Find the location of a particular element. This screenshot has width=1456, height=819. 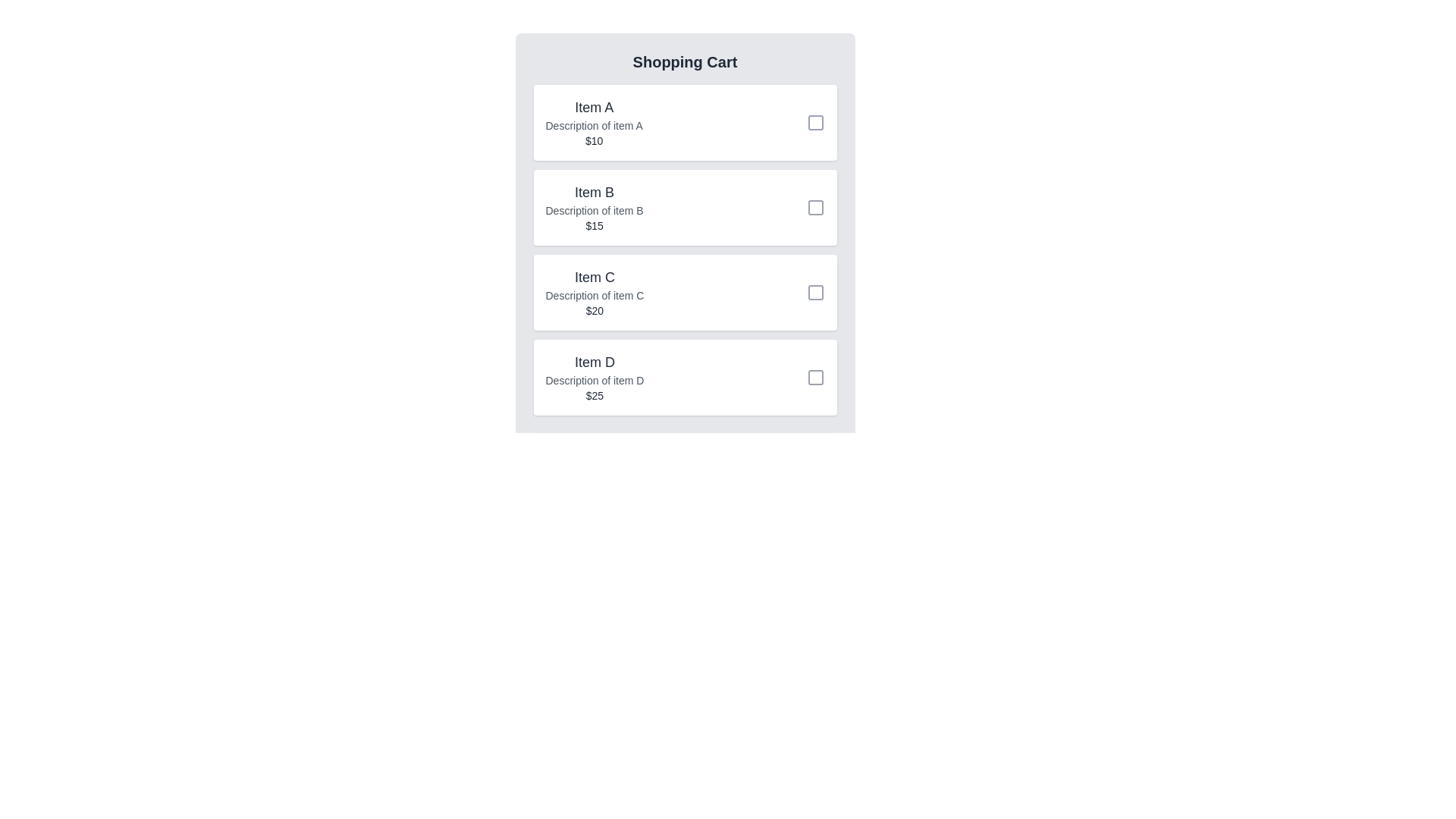

the gray square icon with rounded corners positioned to the far right of the 'Item A' text in the shopping cart list is located at coordinates (814, 122).